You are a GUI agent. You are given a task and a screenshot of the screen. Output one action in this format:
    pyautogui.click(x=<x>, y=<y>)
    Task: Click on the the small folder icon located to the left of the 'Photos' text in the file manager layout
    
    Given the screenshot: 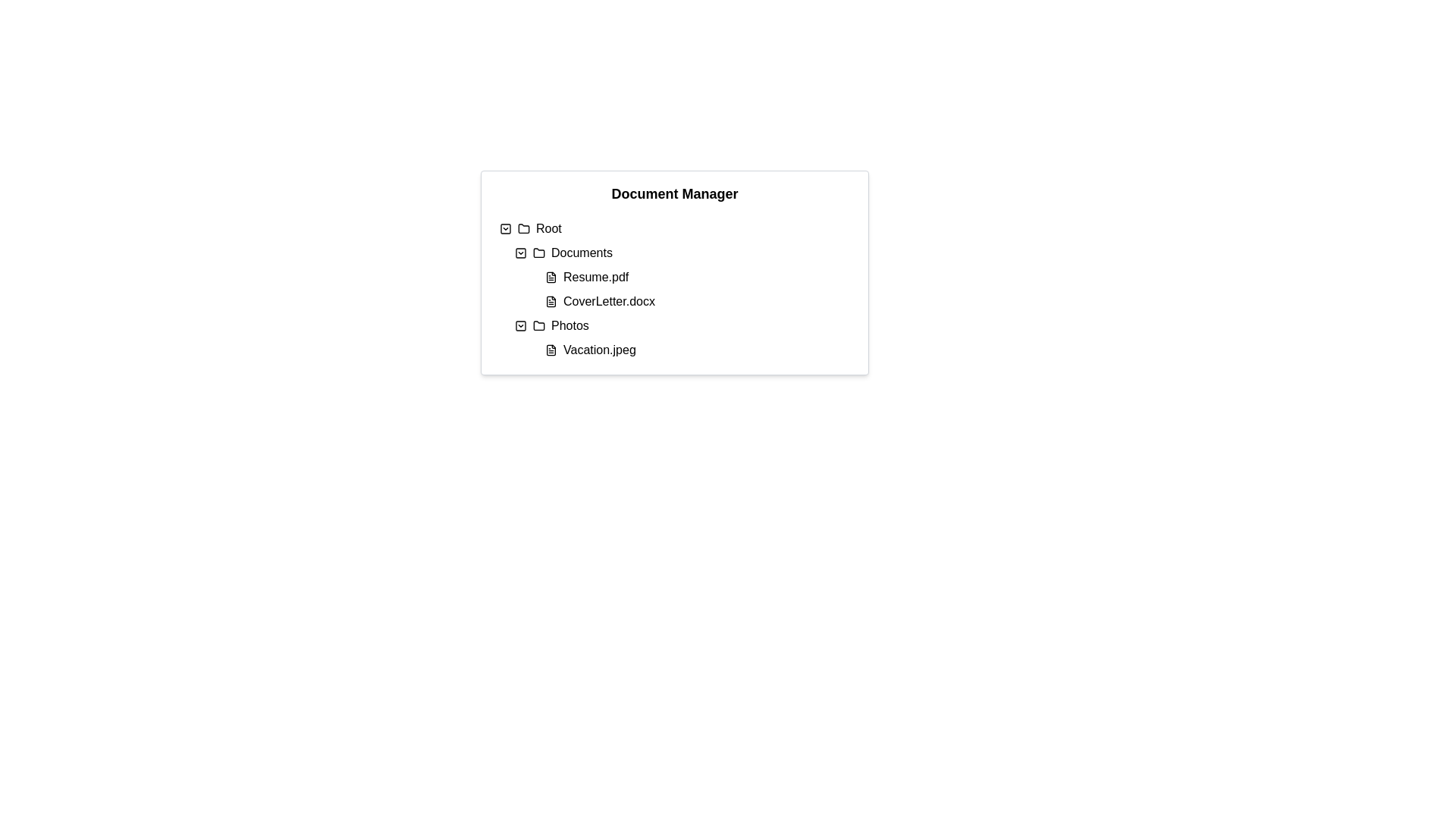 What is the action you would take?
    pyautogui.click(x=538, y=325)
    